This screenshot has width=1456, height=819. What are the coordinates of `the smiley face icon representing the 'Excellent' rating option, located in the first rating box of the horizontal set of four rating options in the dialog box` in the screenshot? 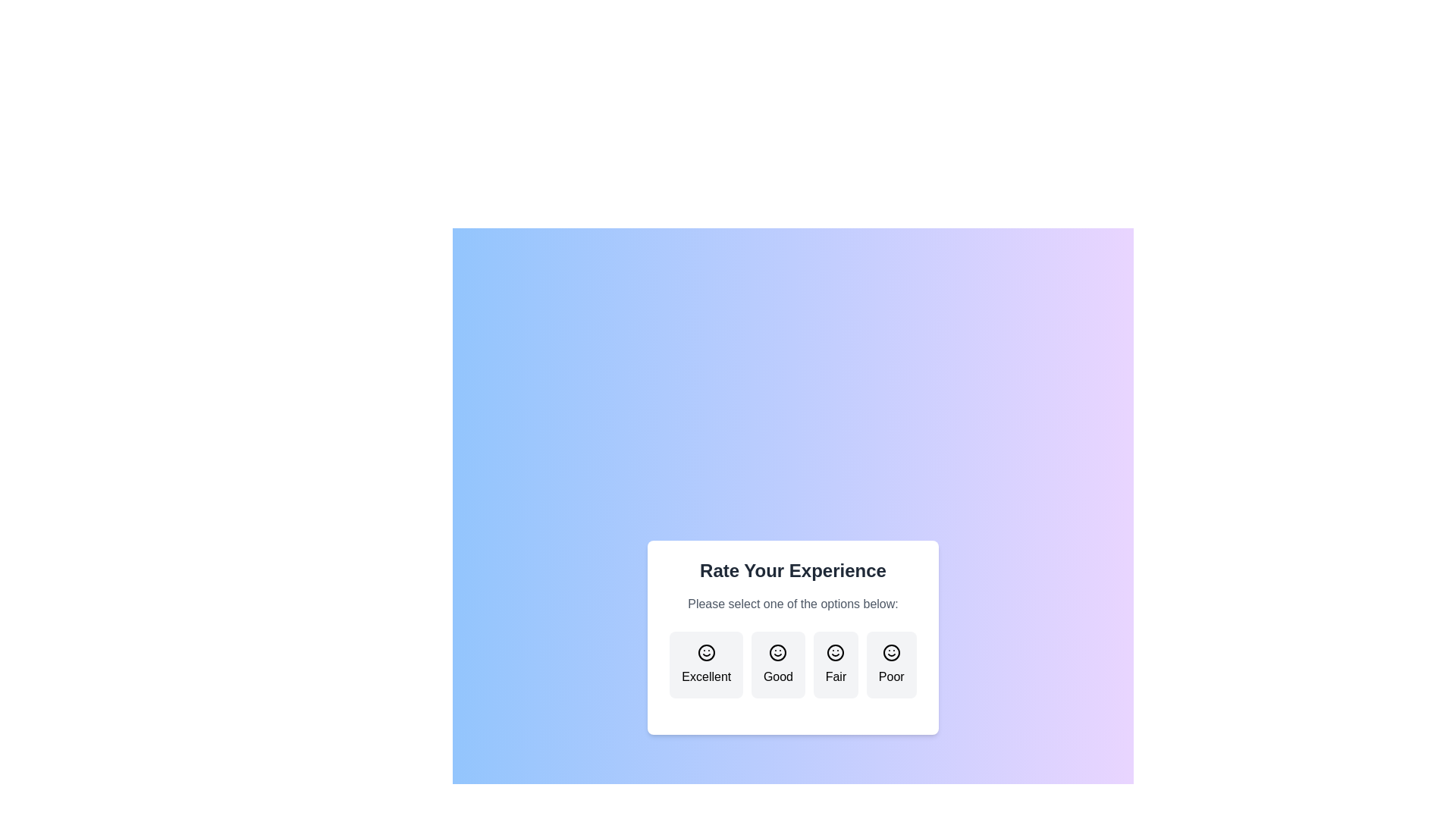 It's located at (705, 651).